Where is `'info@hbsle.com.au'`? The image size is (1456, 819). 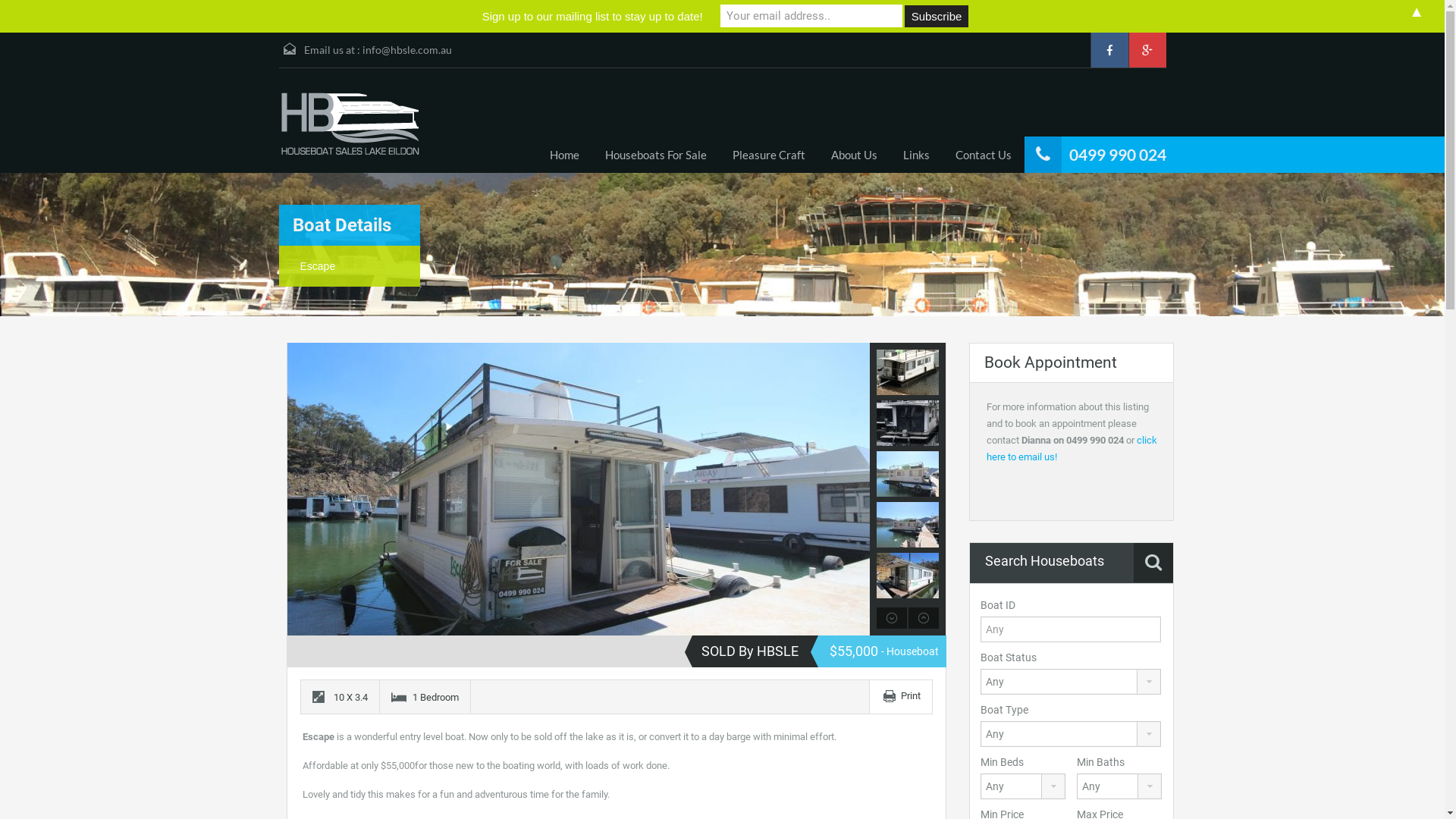
'info@hbsle.com.au' is located at coordinates (407, 49).